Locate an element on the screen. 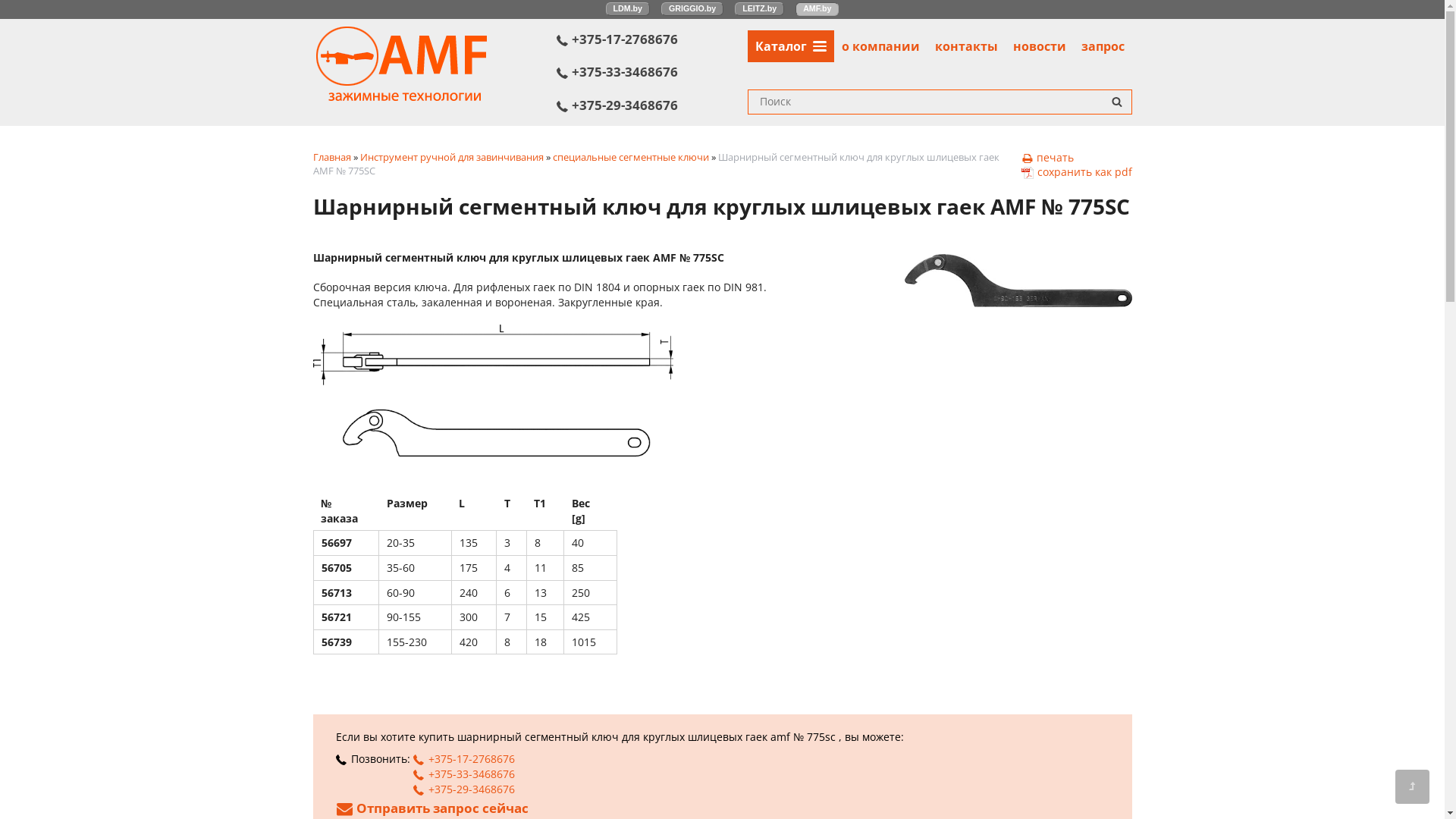  '+375-33-3468676' is located at coordinates (651, 72).